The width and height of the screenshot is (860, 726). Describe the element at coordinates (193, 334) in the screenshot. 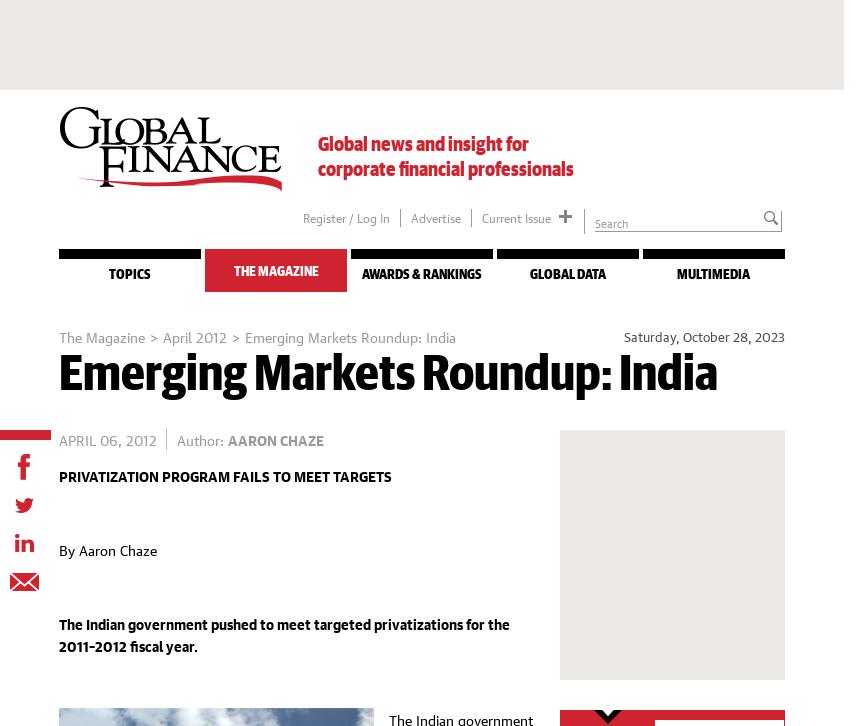

I see `'April 2012'` at that location.